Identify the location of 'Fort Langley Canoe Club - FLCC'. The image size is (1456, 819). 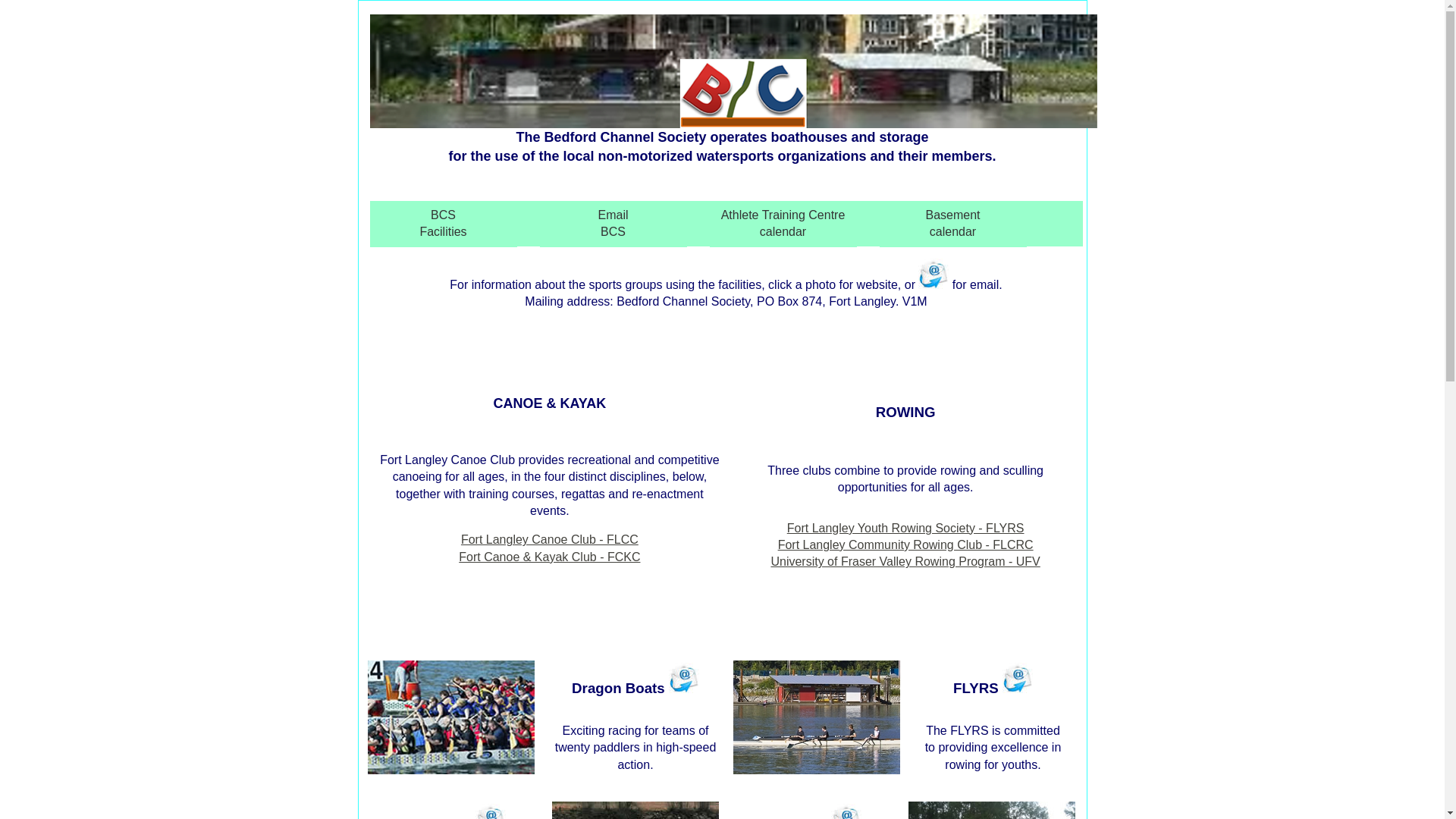
(548, 538).